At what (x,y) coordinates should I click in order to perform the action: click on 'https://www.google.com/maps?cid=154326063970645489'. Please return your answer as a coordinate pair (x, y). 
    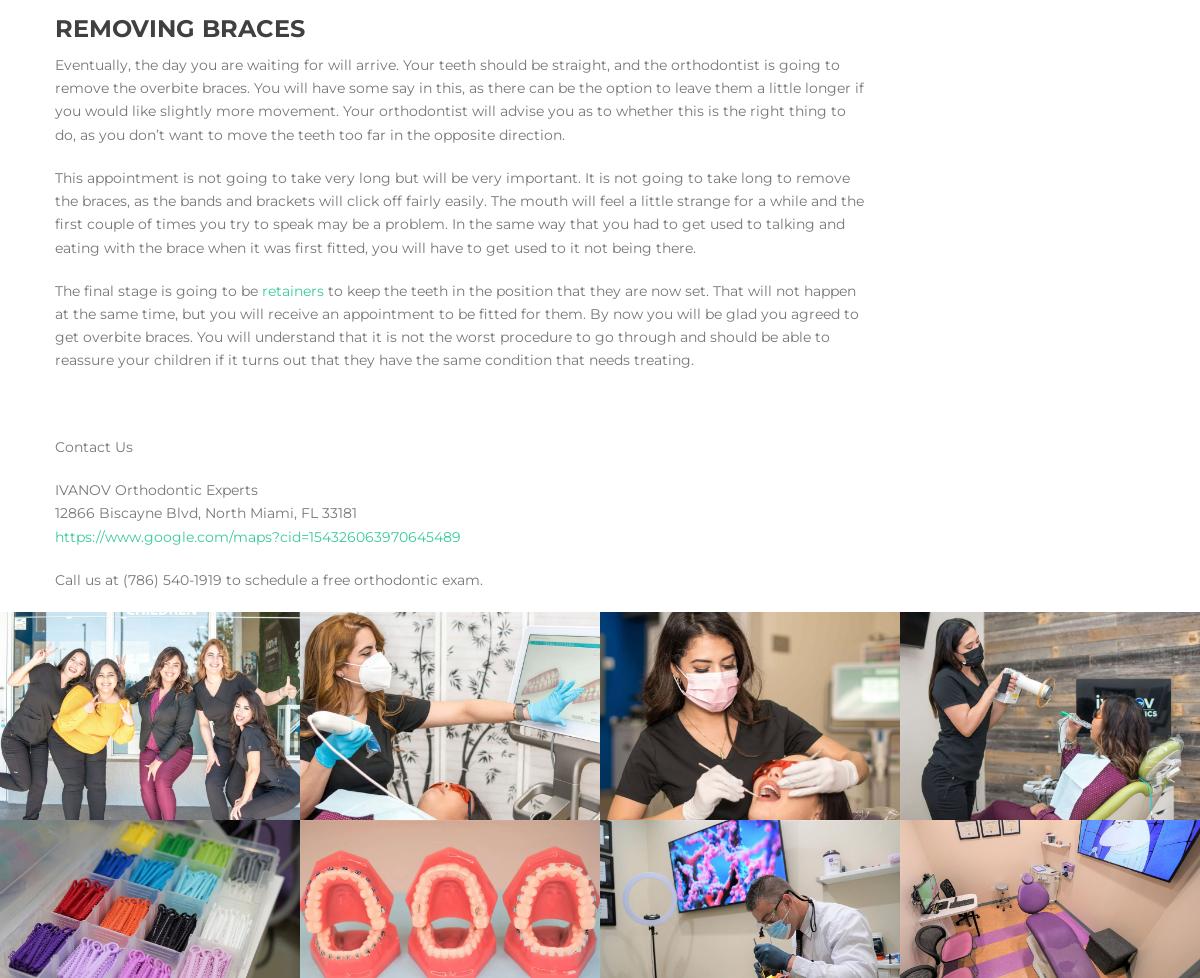
    Looking at the image, I should click on (257, 536).